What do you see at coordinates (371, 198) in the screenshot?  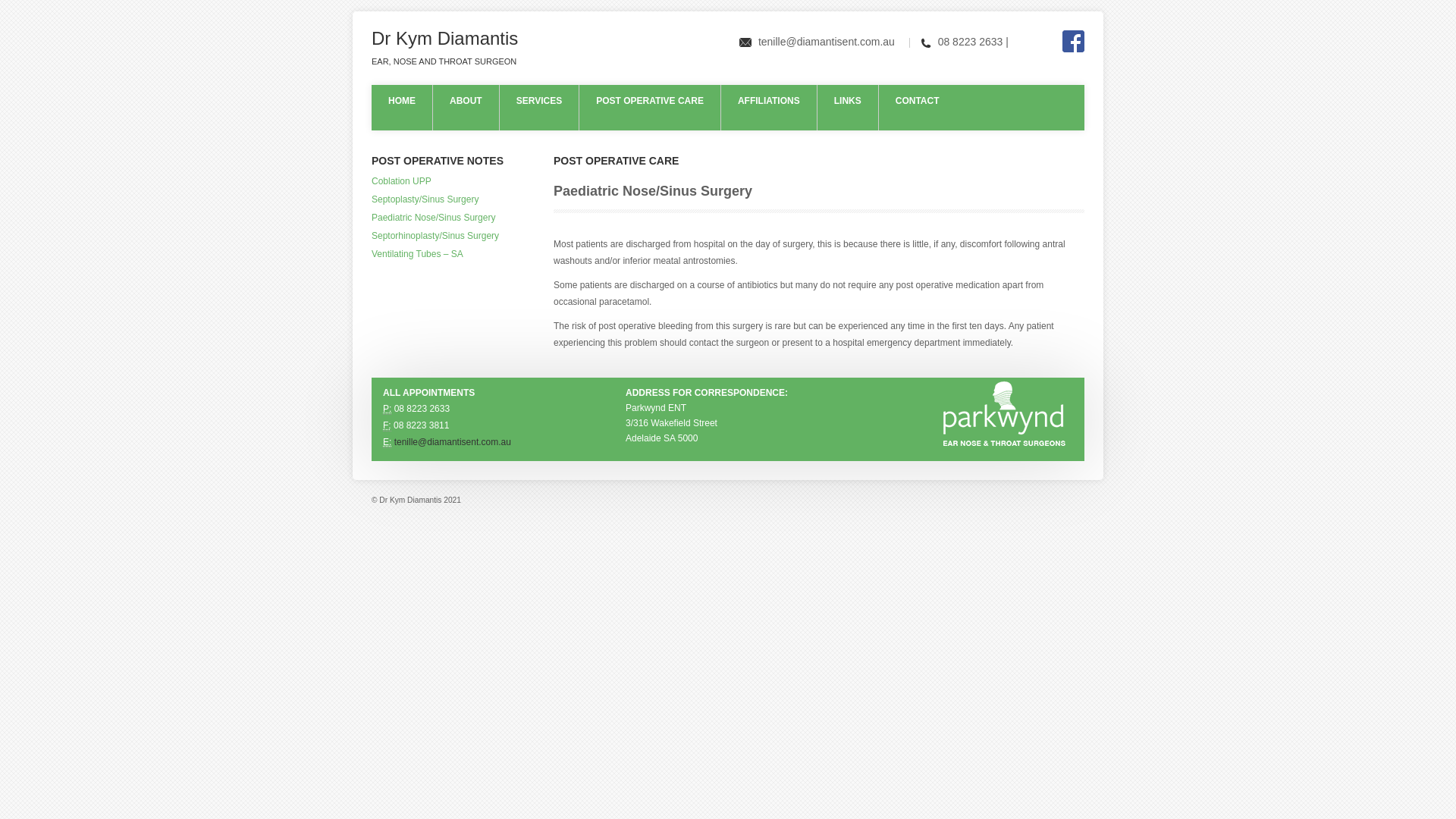 I see `'Septoplasty/Sinus Surgery'` at bounding box center [371, 198].